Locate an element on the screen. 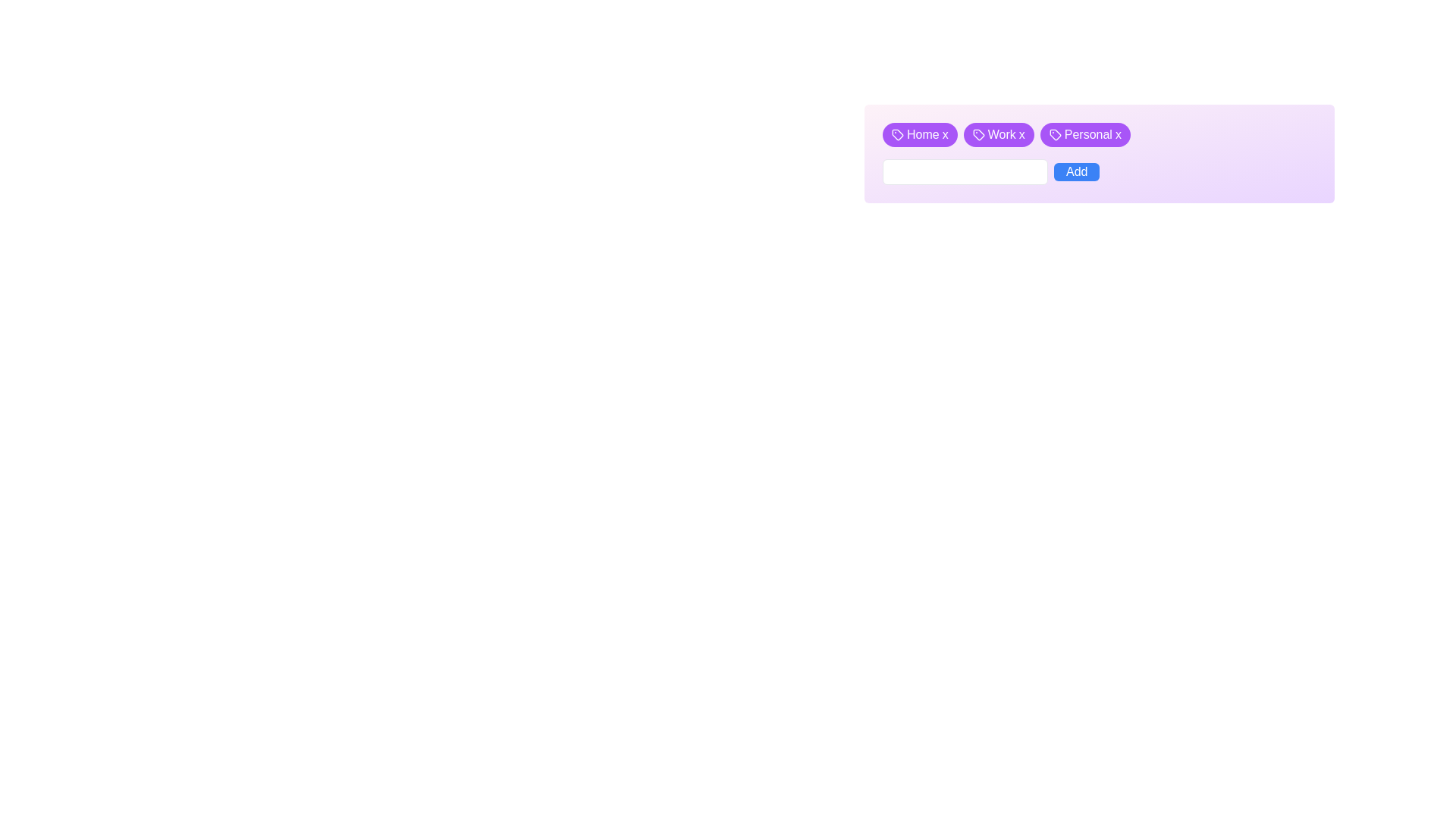 Image resolution: width=1456 pixels, height=819 pixels. the second pill-shaped tag labeled 'Work' with a purple background is located at coordinates (999, 133).